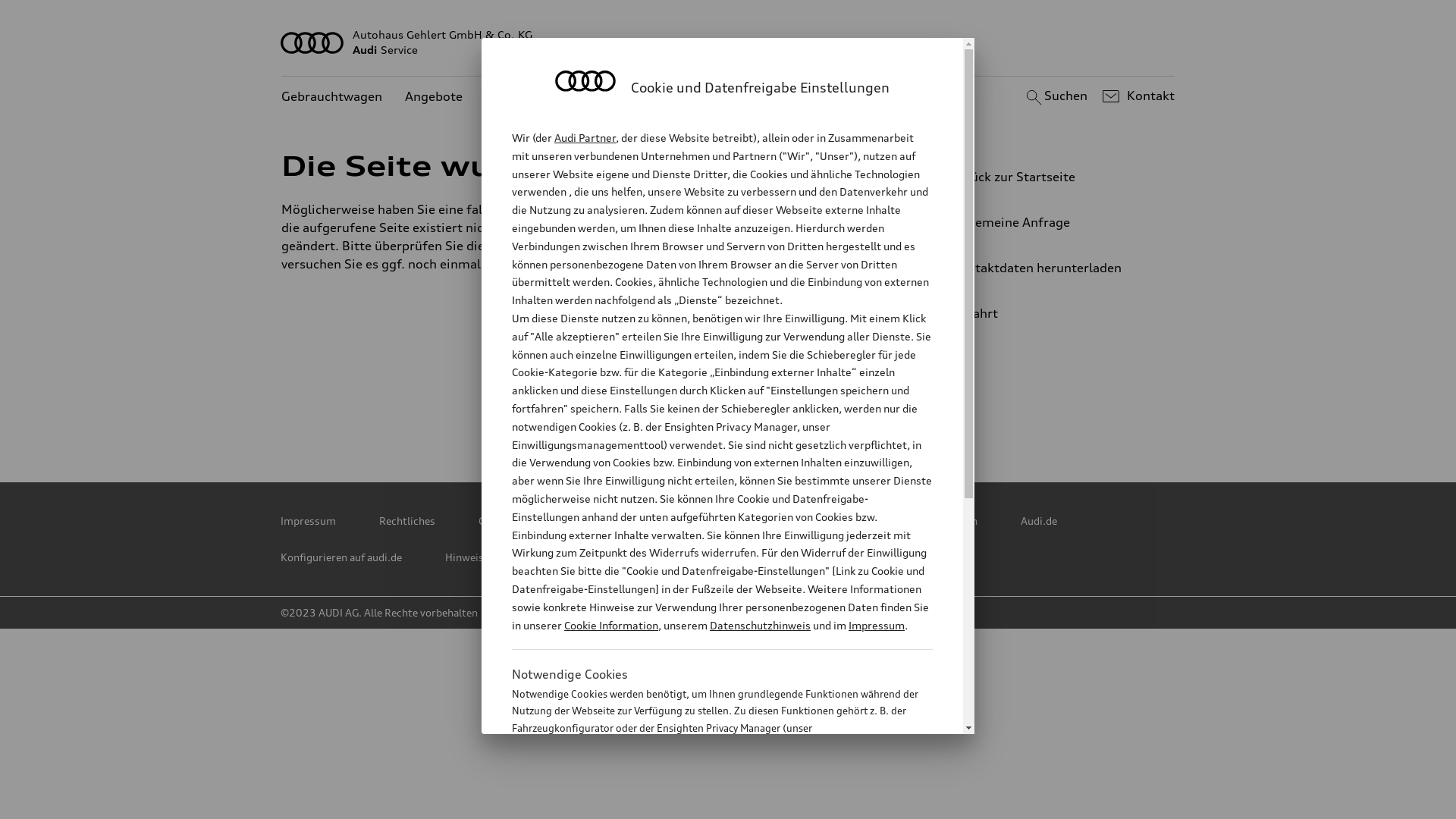  What do you see at coordinates (1043, 222) in the screenshot?
I see `'Allgemeine Anfrage'` at bounding box center [1043, 222].